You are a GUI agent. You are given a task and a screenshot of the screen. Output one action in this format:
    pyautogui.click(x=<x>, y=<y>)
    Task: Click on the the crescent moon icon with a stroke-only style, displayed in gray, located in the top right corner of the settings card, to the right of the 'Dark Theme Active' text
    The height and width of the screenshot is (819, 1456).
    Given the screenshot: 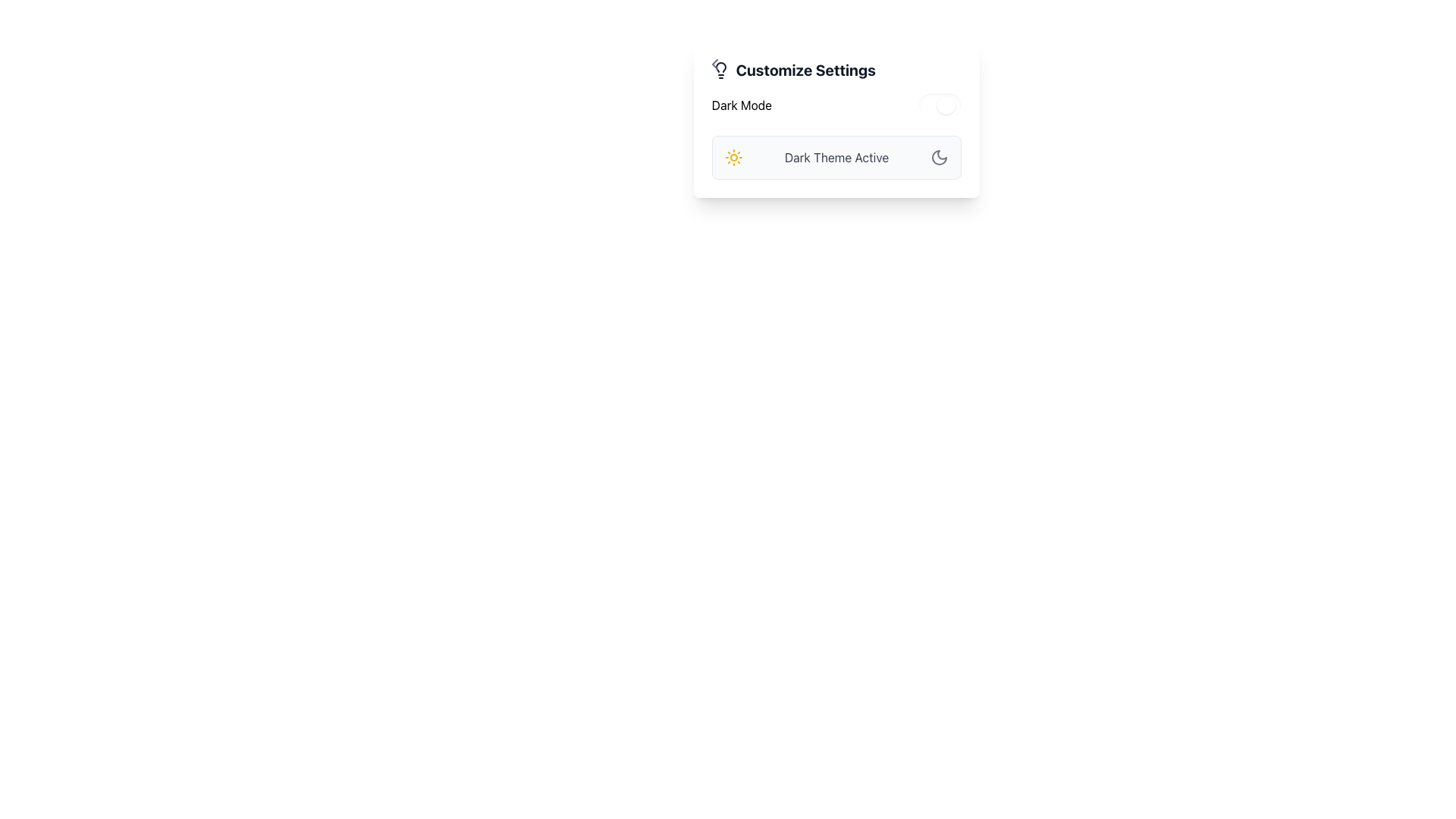 What is the action you would take?
    pyautogui.click(x=939, y=158)
    